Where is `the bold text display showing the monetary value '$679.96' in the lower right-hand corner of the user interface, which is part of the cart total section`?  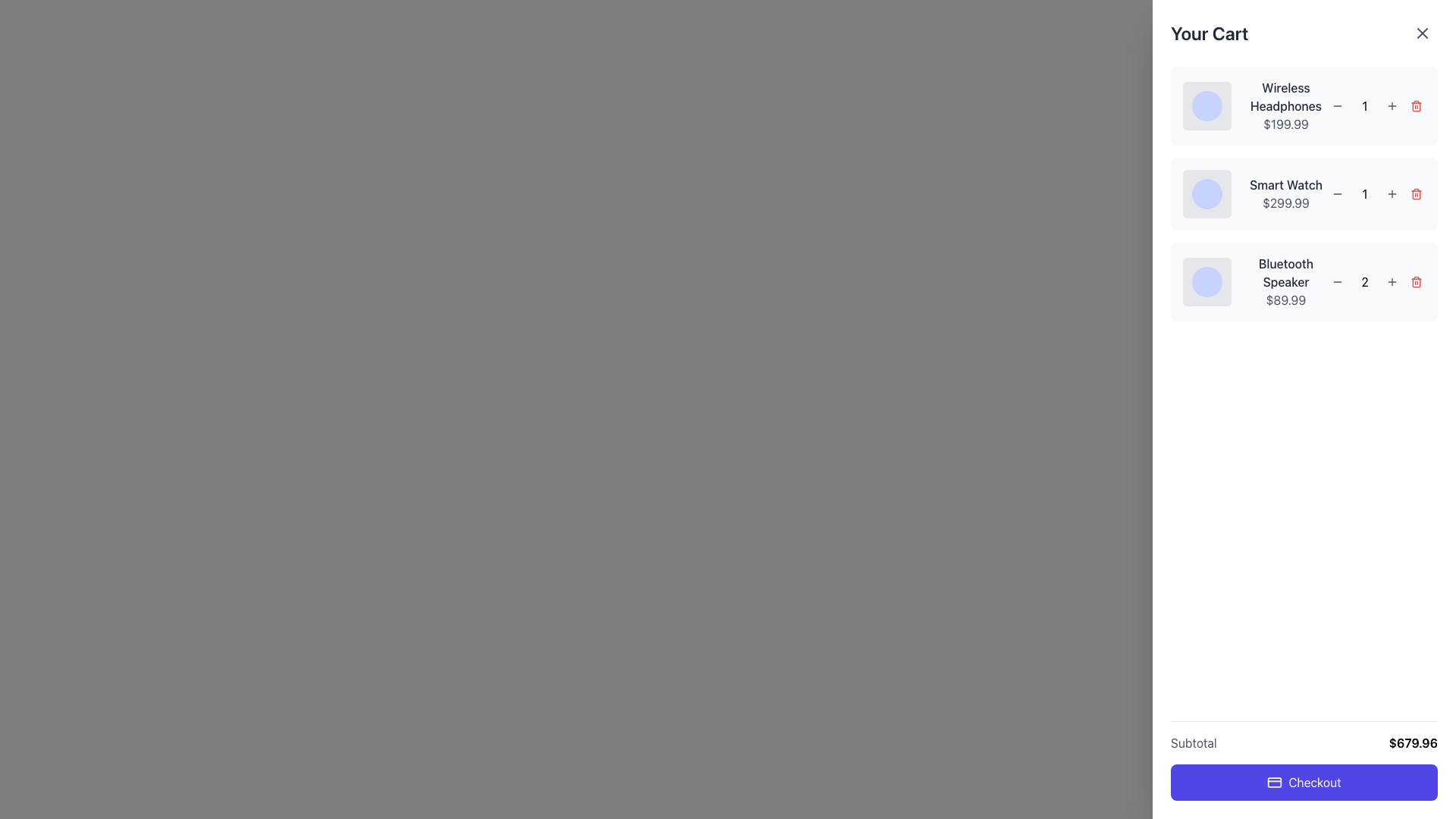
the bold text display showing the monetary value '$679.96' in the lower right-hand corner of the user interface, which is part of the cart total section is located at coordinates (1412, 742).